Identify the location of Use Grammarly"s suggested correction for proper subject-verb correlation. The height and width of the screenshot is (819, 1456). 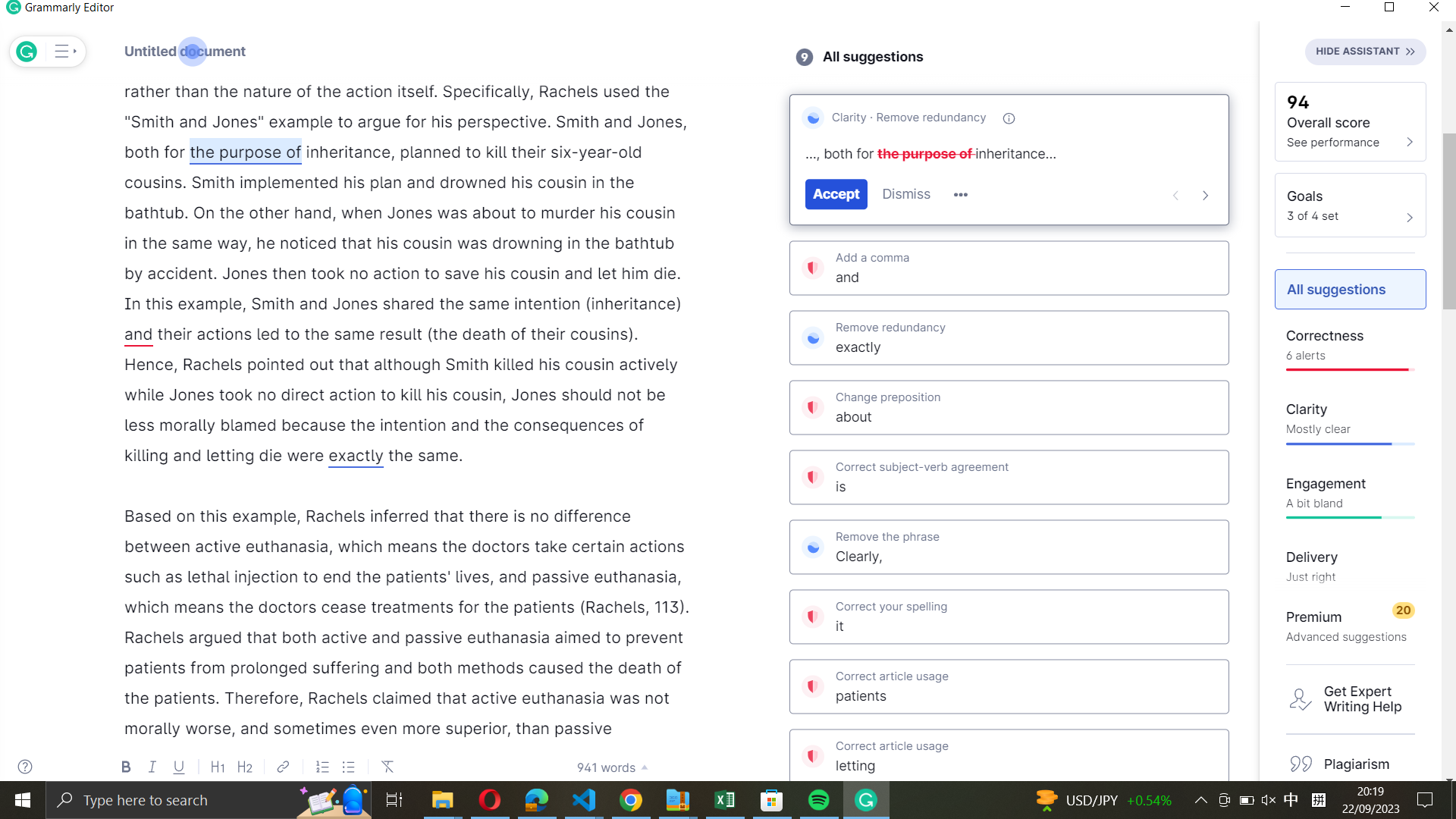
(1008, 478).